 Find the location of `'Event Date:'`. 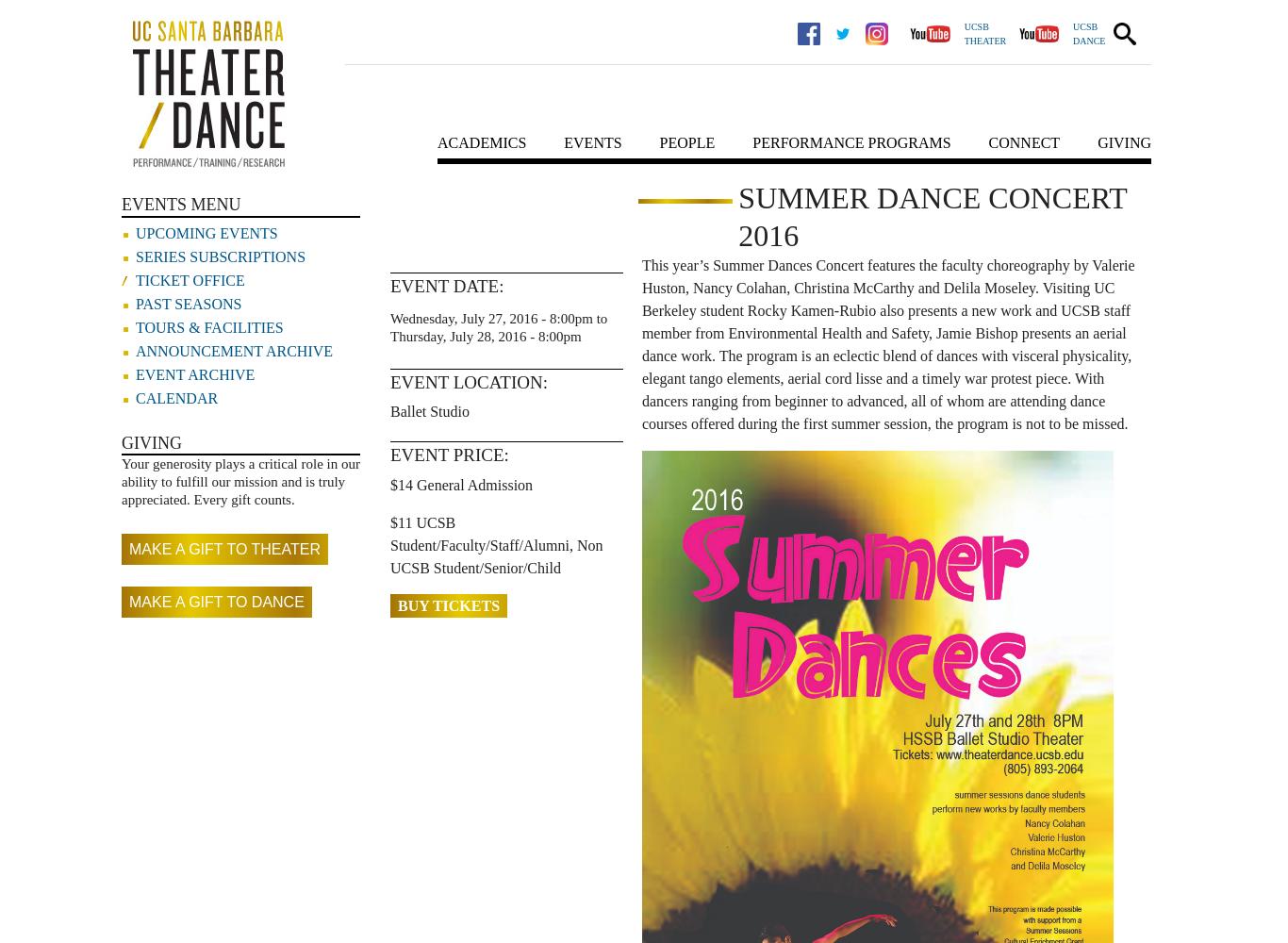

'Event Date:' is located at coordinates (449, 286).